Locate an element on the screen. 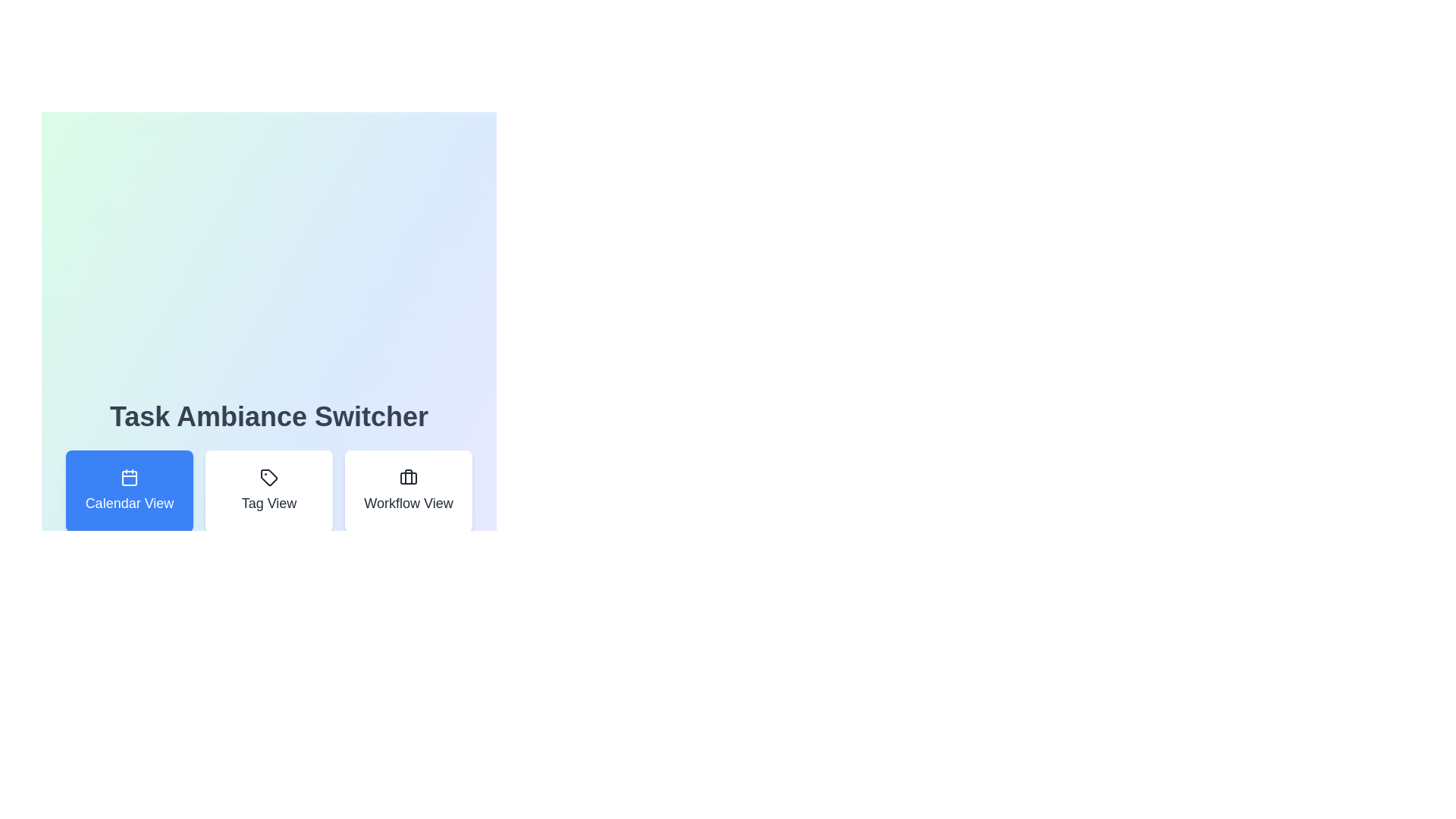 The width and height of the screenshot is (1456, 819). the 'Tag View' button, which is the second card in a row of three, located between the 'Calendar View' and 'Workflow View' cards is located at coordinates (269, 491).